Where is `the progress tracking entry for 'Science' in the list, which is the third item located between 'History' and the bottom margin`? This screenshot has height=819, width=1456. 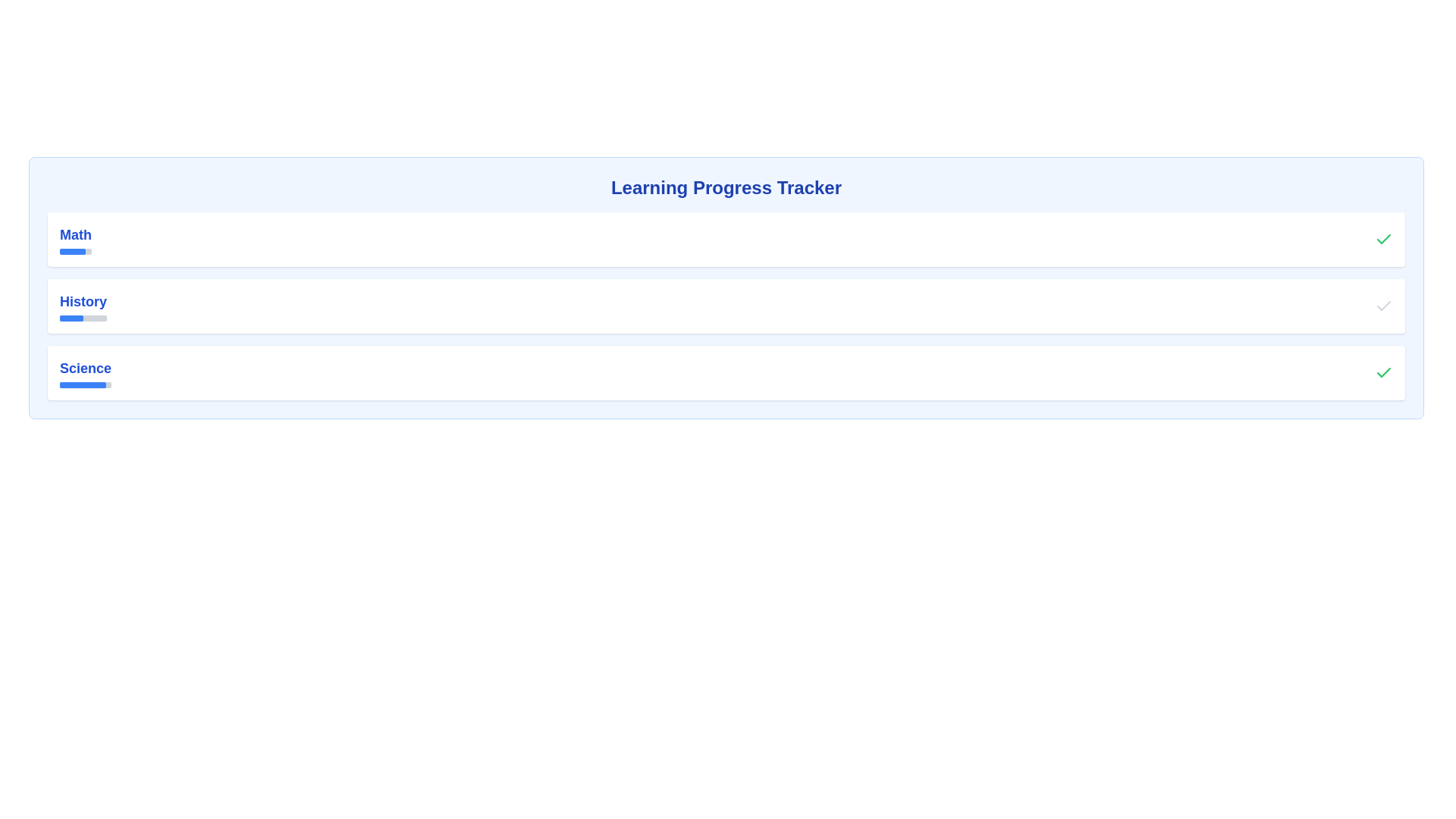
the progress tracking entry for 'Science' in the list, which is the third item located between 'History' and the bottom margin is located at coordinates (726, 373).